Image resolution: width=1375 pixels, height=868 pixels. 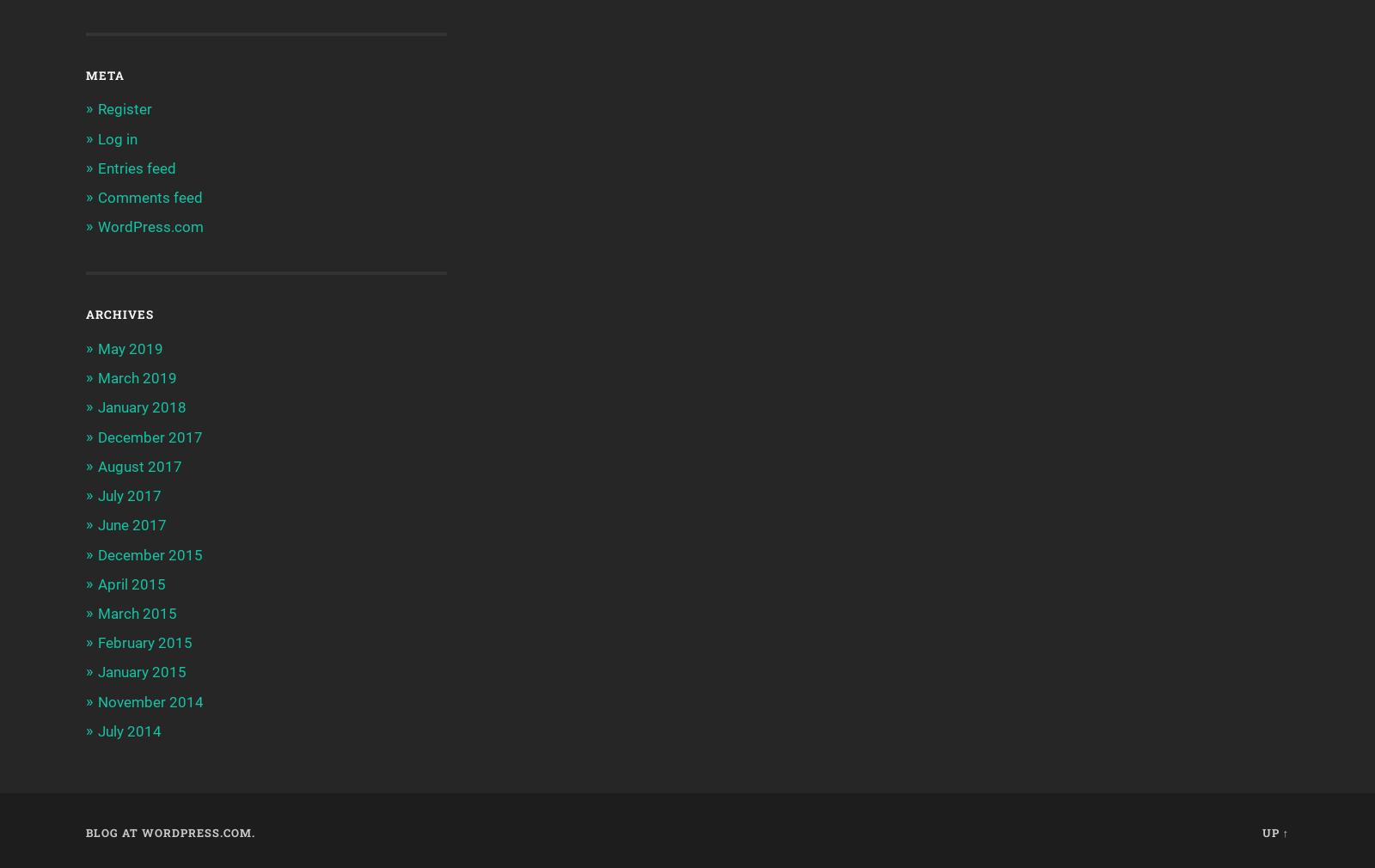 I want to click on 'Comments feed', so click(x=150, y=196).